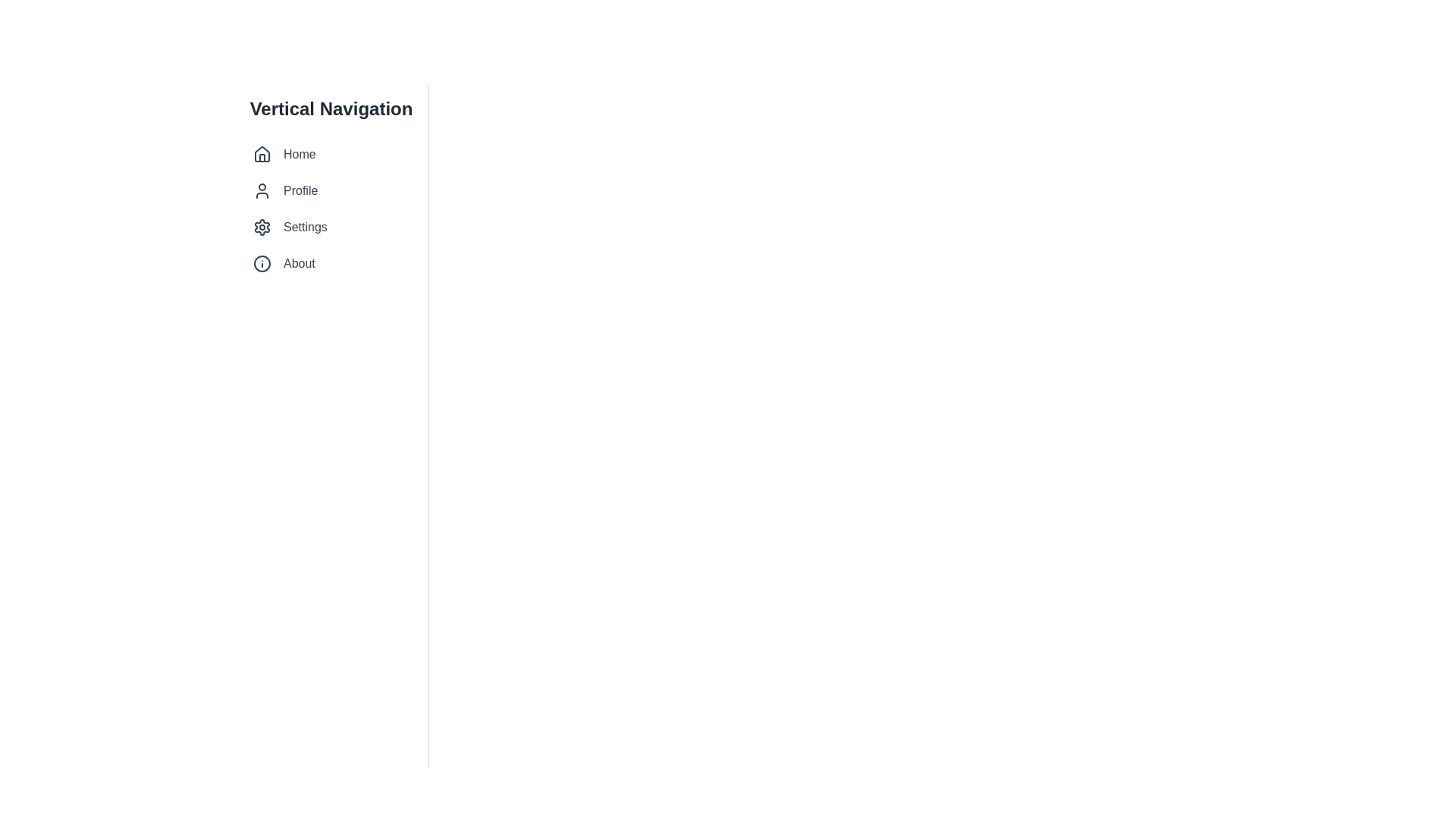 The width and height of the screenshot is (1456, 819). I want to click on the 'About' navigation link button, which is styled with a gray color scheme and features rounded corners, so click(330, 262).